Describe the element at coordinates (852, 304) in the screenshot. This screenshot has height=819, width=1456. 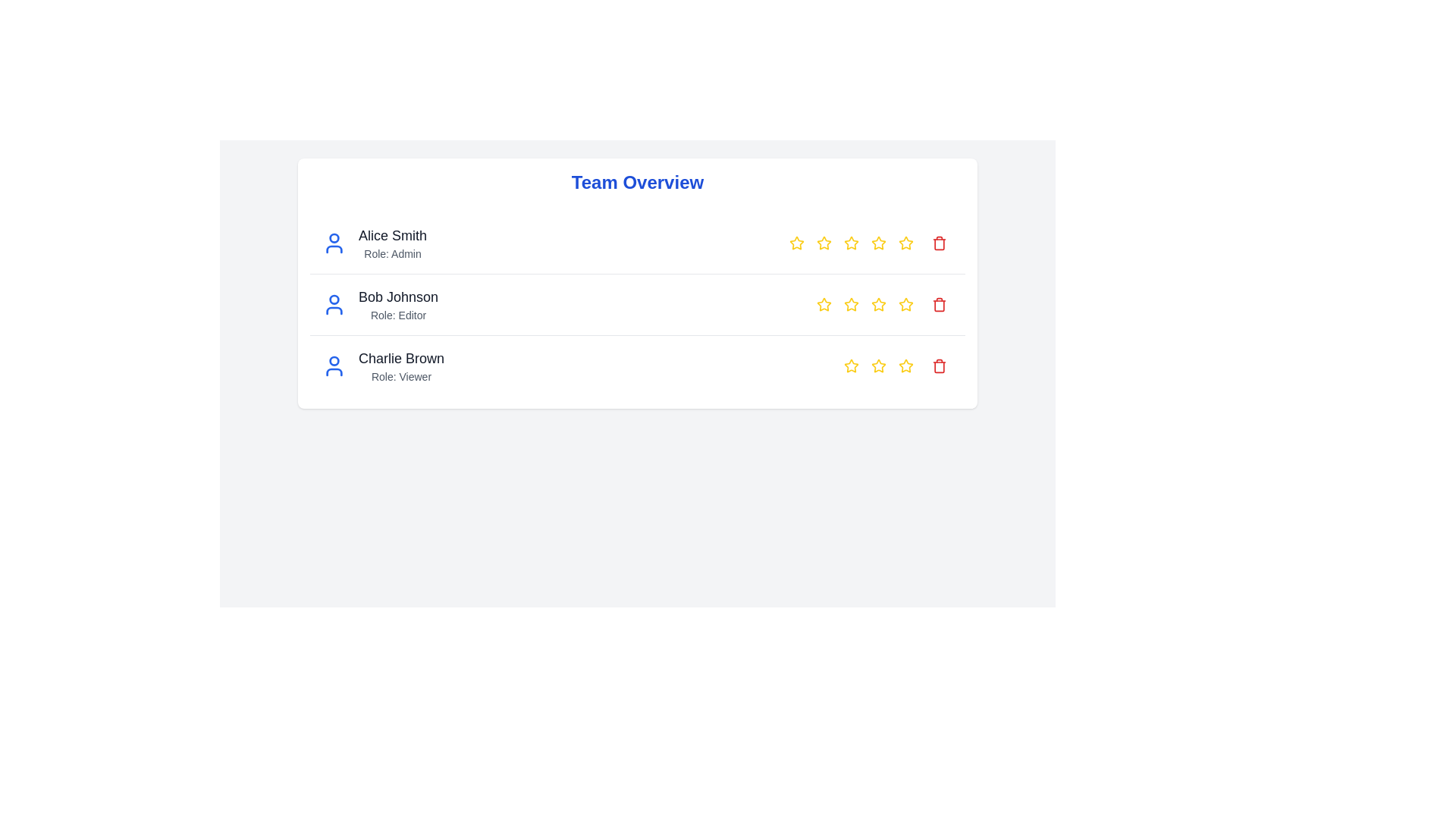
I see `the second star icon for rating in the 'Team Overview' section associated with user 'Bob Johnson'` at that location.